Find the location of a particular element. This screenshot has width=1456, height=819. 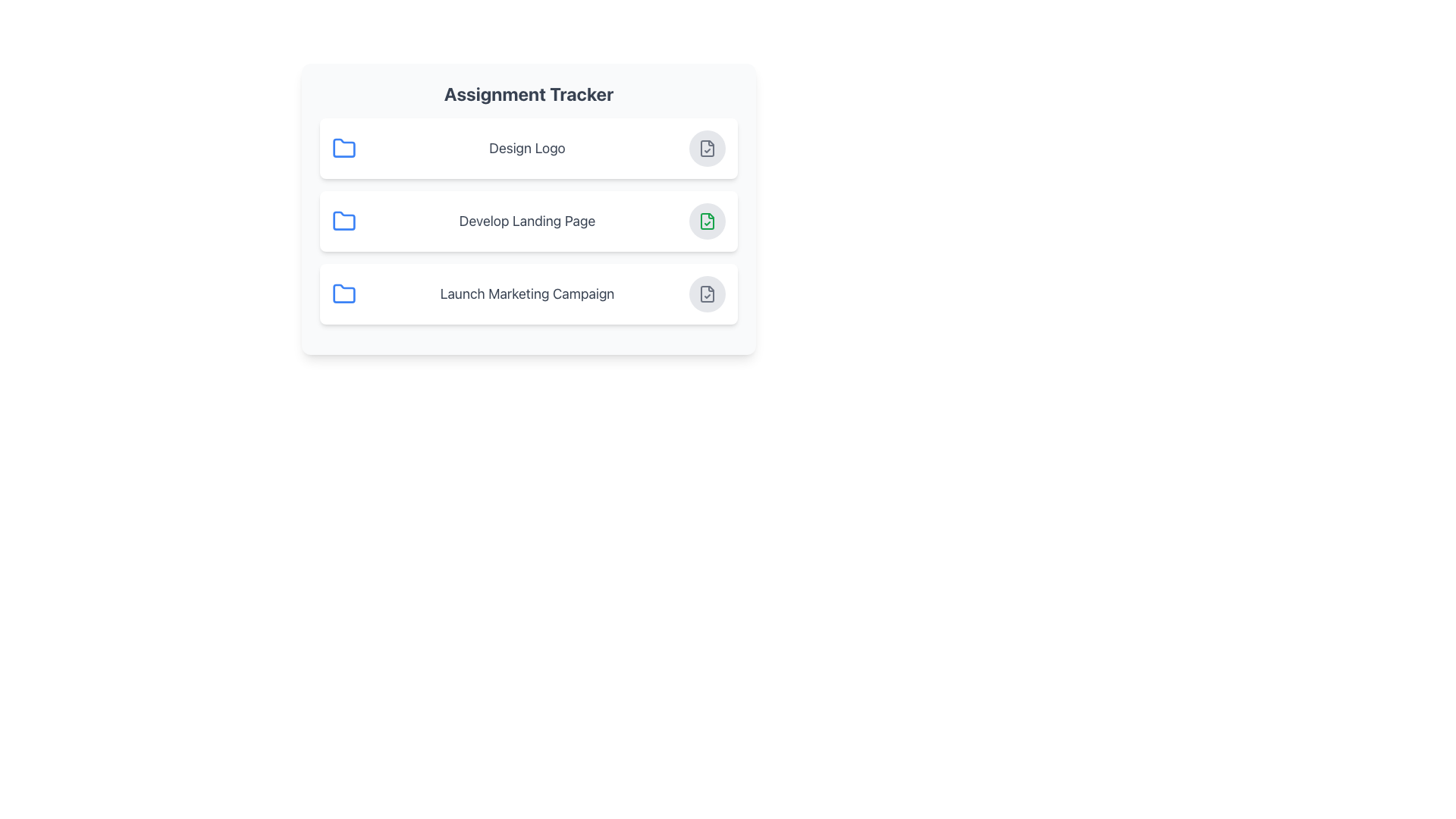

the button that symbolizes the action related to verifying the 'Design Logo' assignment, located on the far right side of the 'Design Logo' row in the 'Assignment Tracker' list is located at coordinates (706, 149).